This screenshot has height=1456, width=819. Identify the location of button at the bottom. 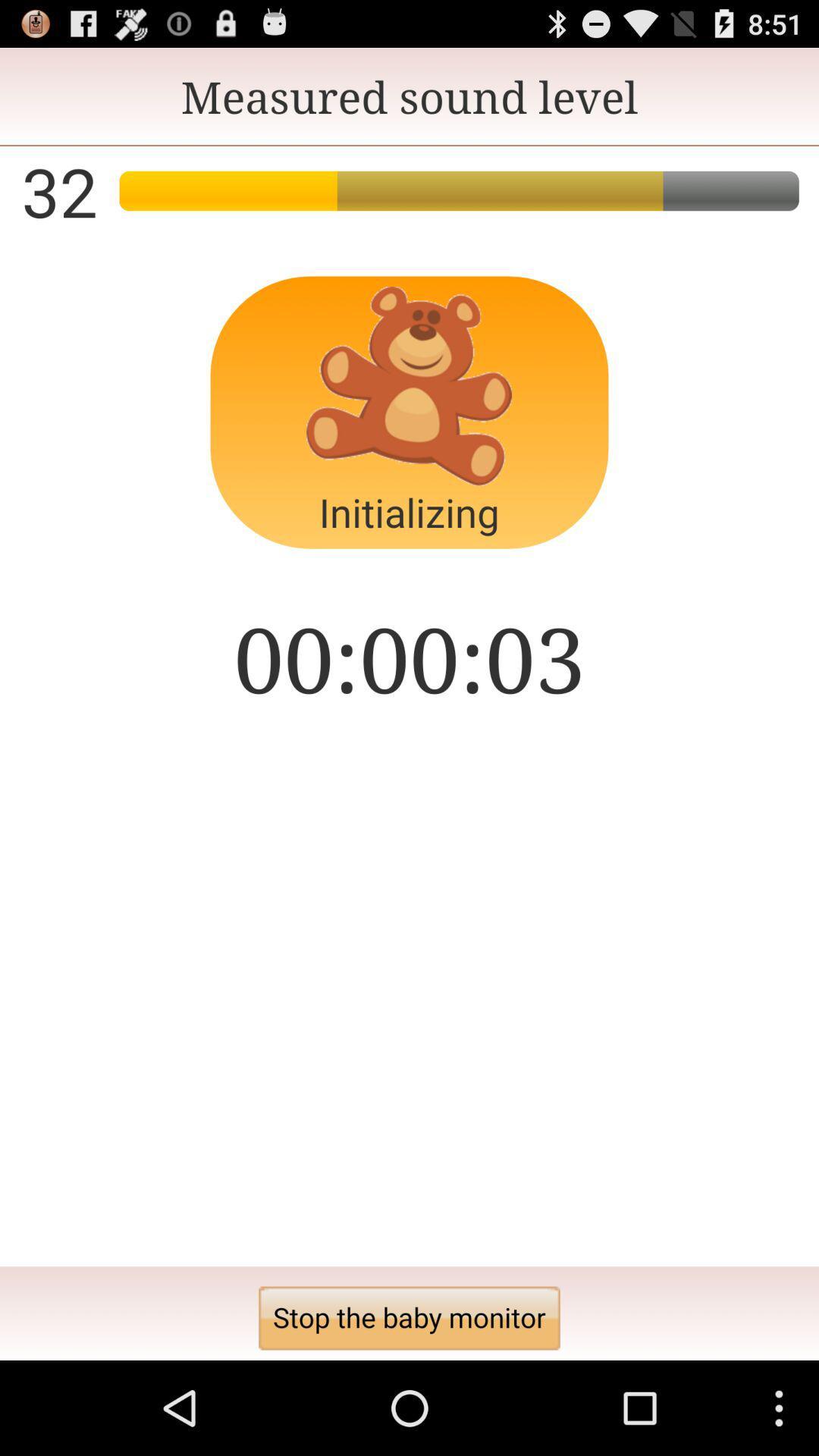
(409, 1317).